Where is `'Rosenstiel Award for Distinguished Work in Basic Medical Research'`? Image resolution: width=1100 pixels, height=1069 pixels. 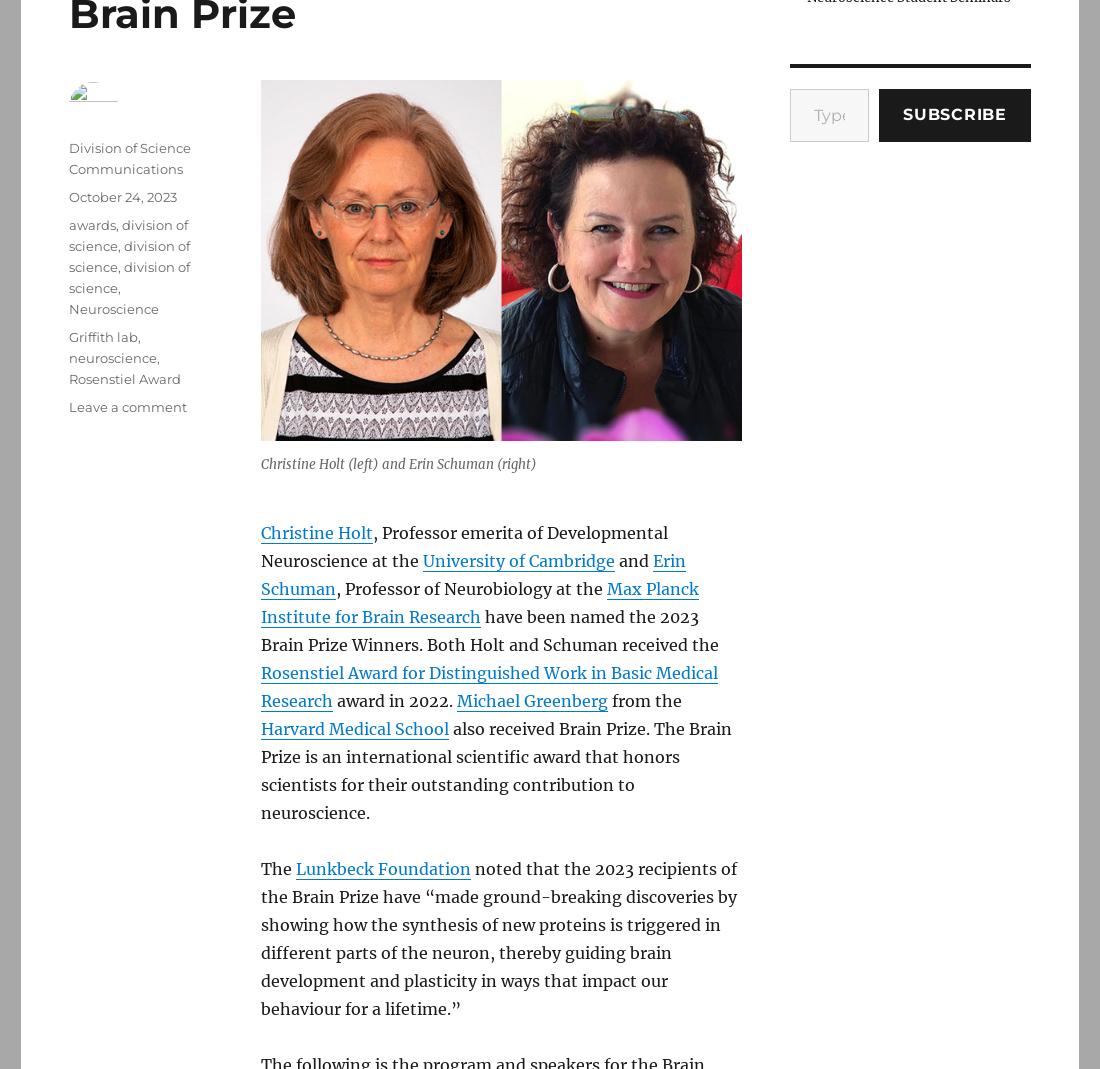 'Rosenstiel Award for Distinguished Work in Basic Medical Research' is located at coordinates (489, 686).